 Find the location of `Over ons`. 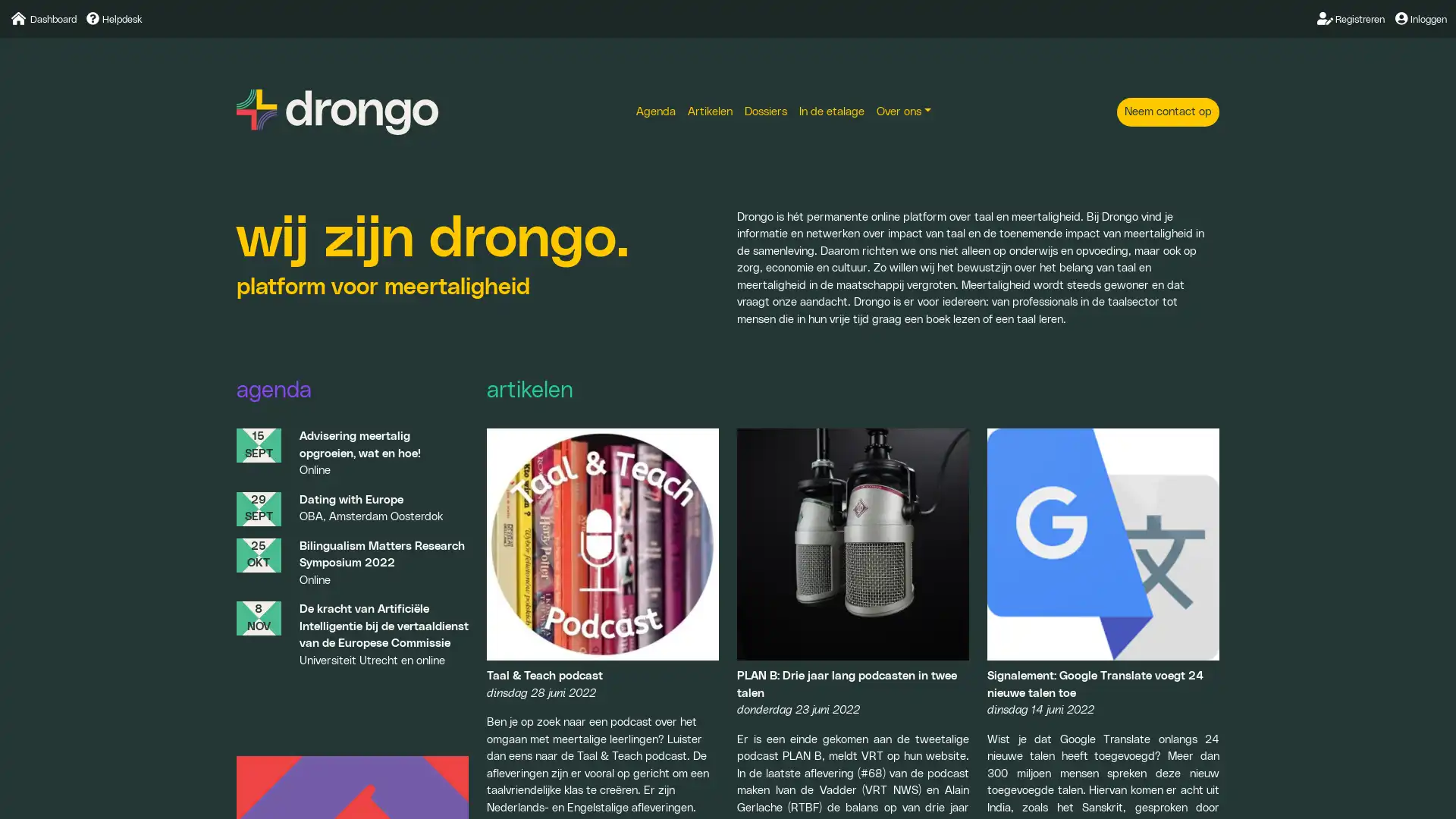

Over ons is located at coordinates (903, 111).